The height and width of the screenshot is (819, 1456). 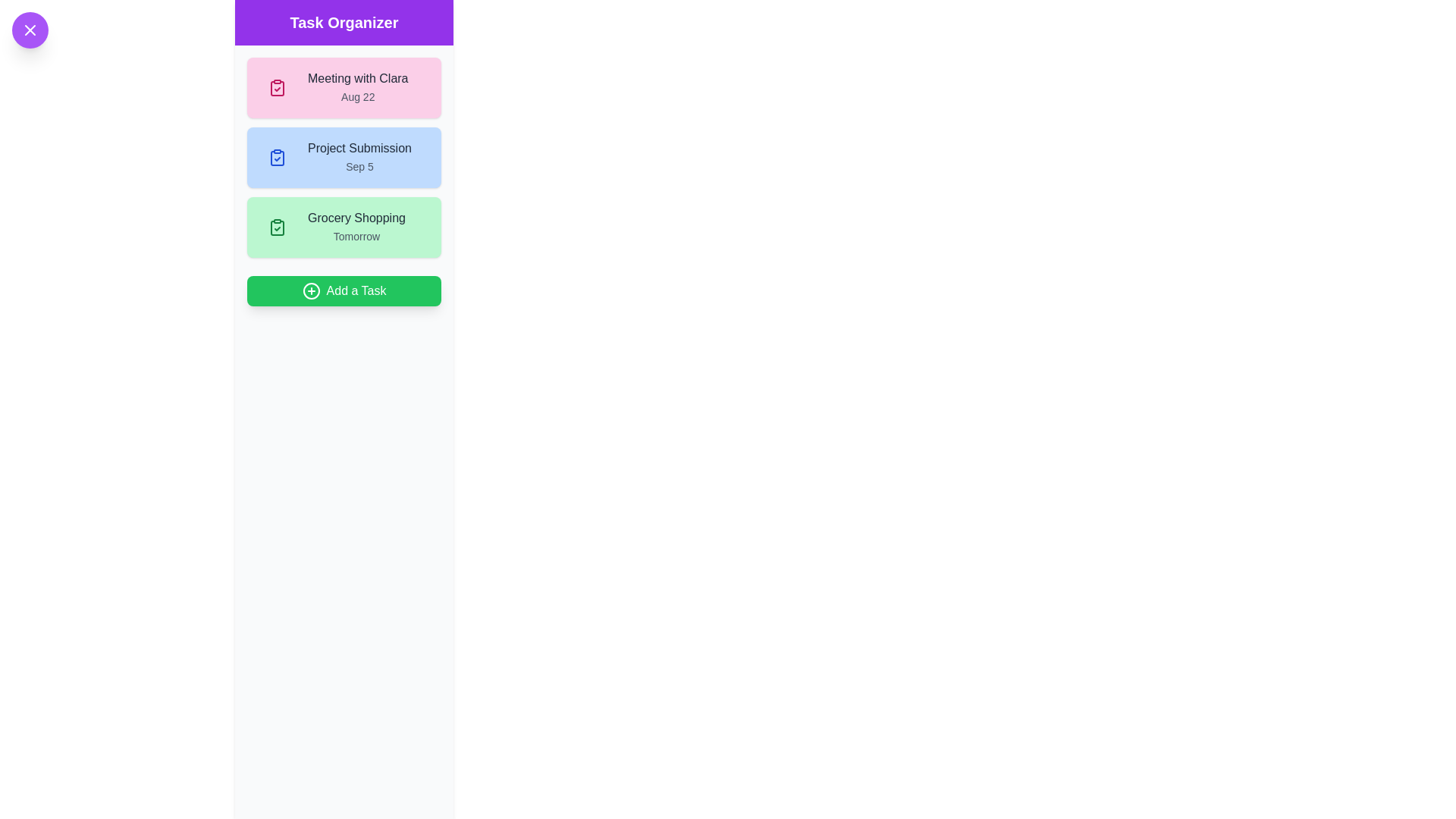 What do you see at coordinates (344, 87) in the screenshot?
I see `the task Meeting with Clara from the list` at bounding box center [344, 87].